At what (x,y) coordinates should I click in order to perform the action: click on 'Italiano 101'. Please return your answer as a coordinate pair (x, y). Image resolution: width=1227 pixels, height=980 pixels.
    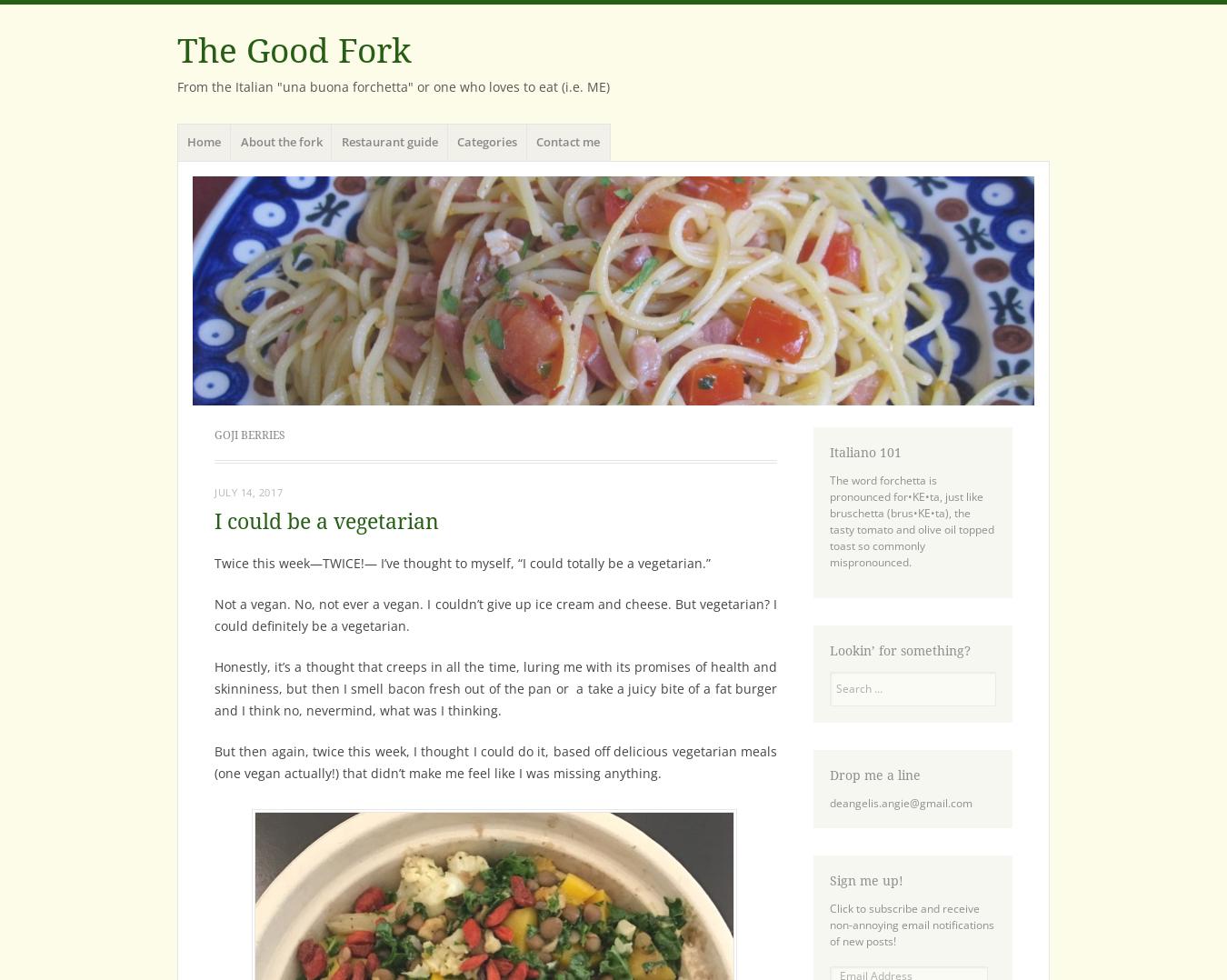
    Looking at the image, I should click on (828, 452).